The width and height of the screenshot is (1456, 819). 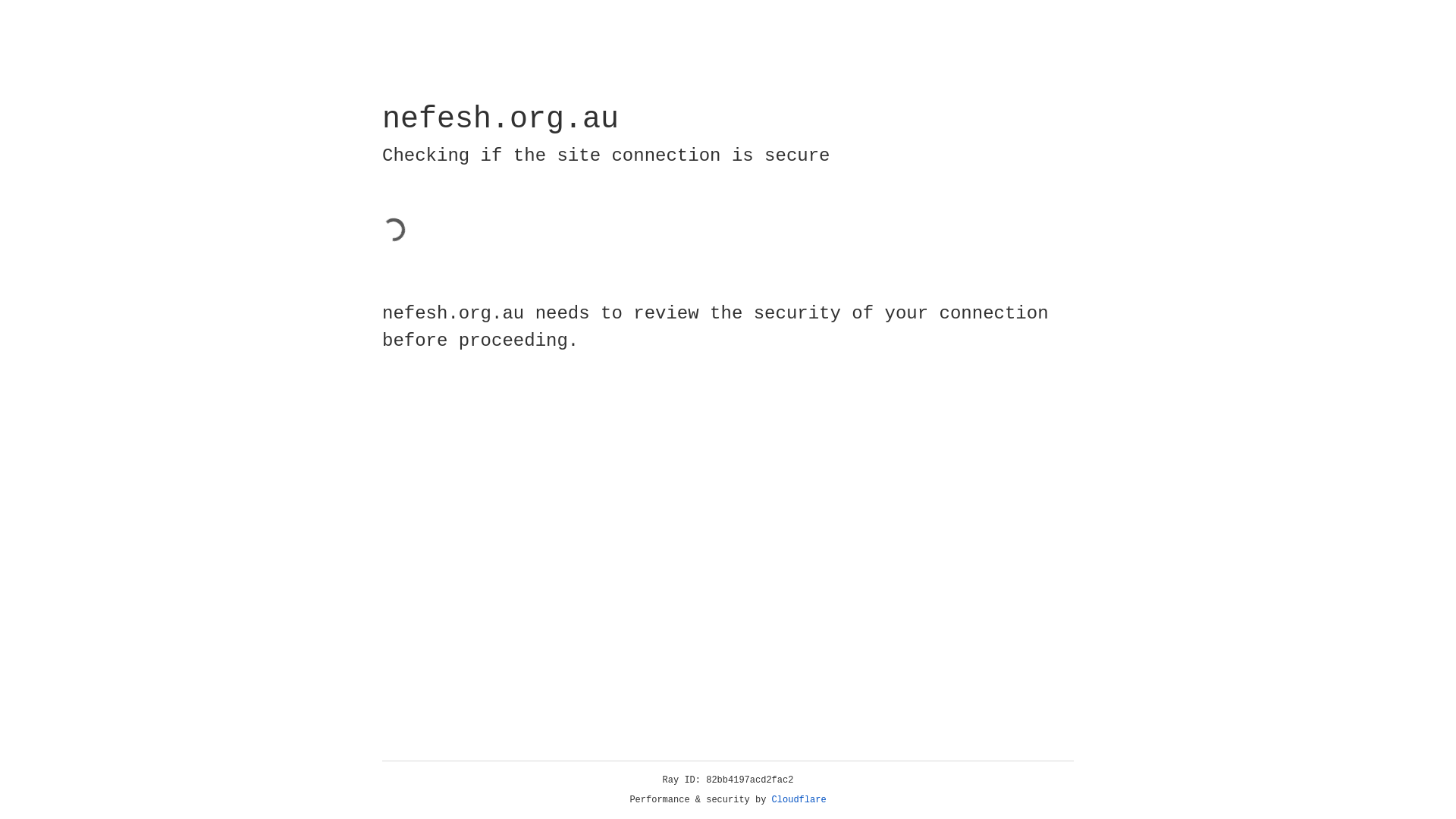 I want to click on 'Cloudflare', so click(x=799, y=799).